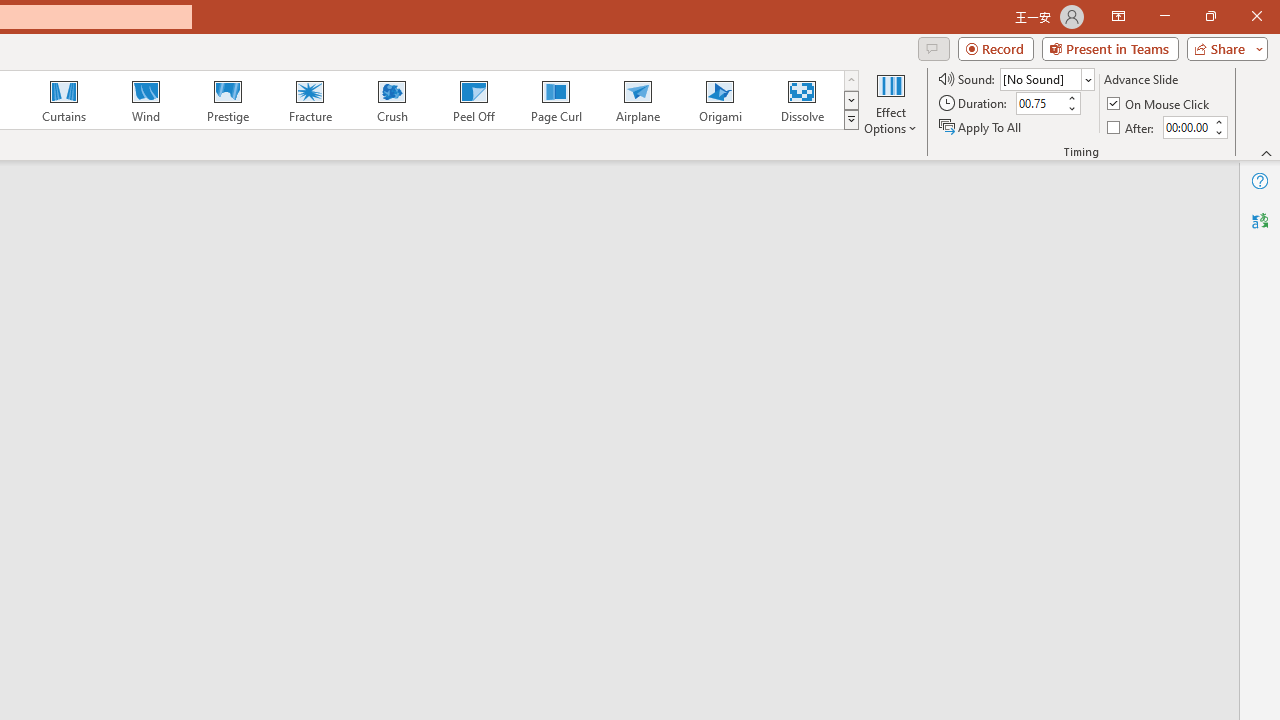  What do you see at coordinates (391, 100) in the screenshot?
I see `'Crush'` at bounding box center [391, 100].